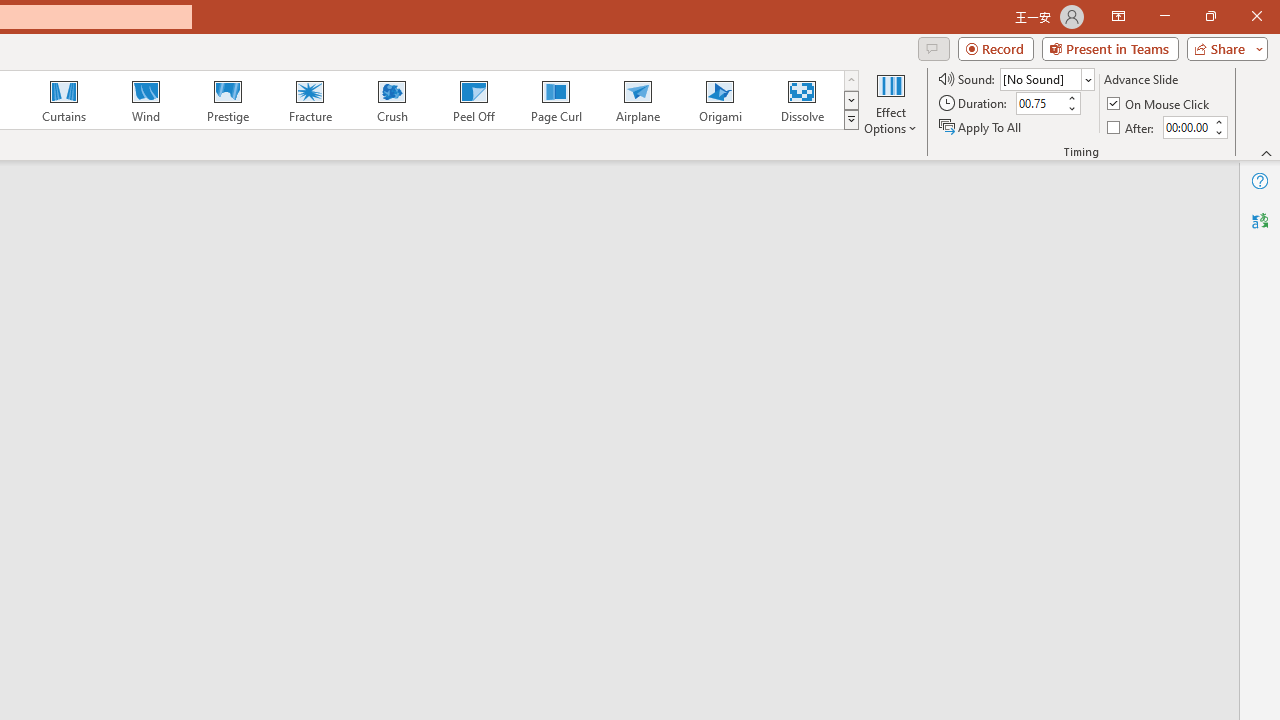  What do you see at coordinates (391, 100) in the screenshot?
I see `'Crush'` at bounding box center [391, 100].